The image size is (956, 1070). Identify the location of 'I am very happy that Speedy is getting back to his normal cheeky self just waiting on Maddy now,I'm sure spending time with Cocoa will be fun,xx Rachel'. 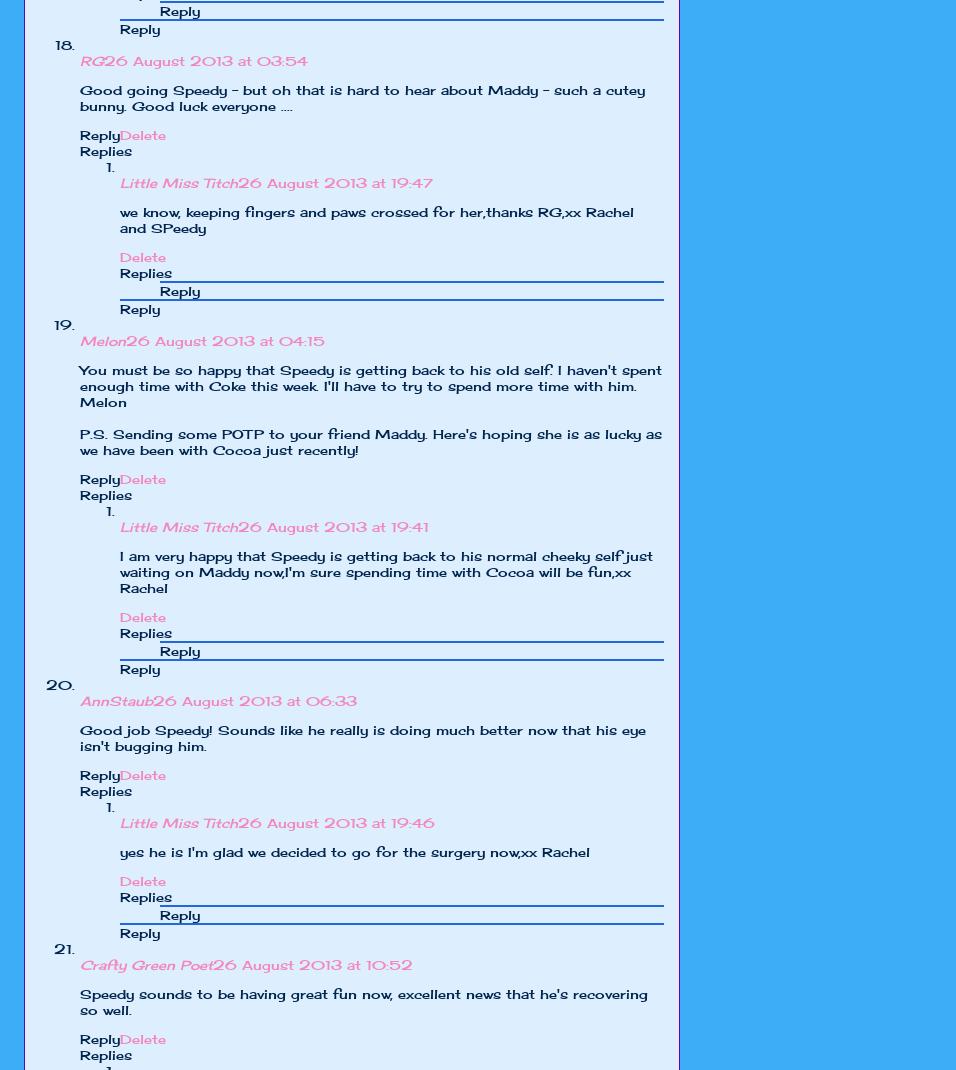
(386, 571).